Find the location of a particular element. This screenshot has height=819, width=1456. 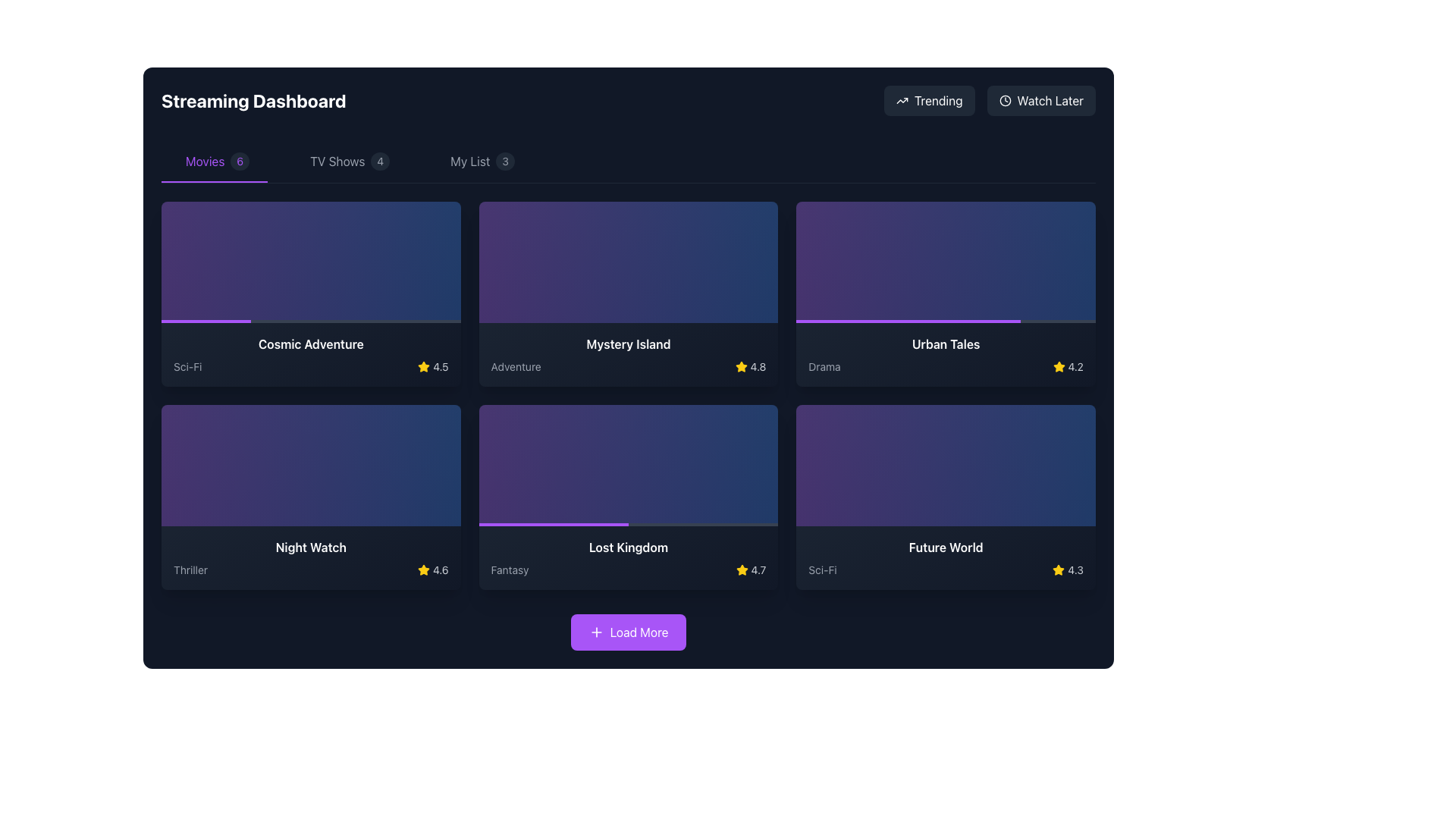

the Information panel of the 'Lost Kingdom' movie tile, which displays the title in bold white font, genre in gray, and a yellow star rating of '4.7' is located at coordinates (629, 558).